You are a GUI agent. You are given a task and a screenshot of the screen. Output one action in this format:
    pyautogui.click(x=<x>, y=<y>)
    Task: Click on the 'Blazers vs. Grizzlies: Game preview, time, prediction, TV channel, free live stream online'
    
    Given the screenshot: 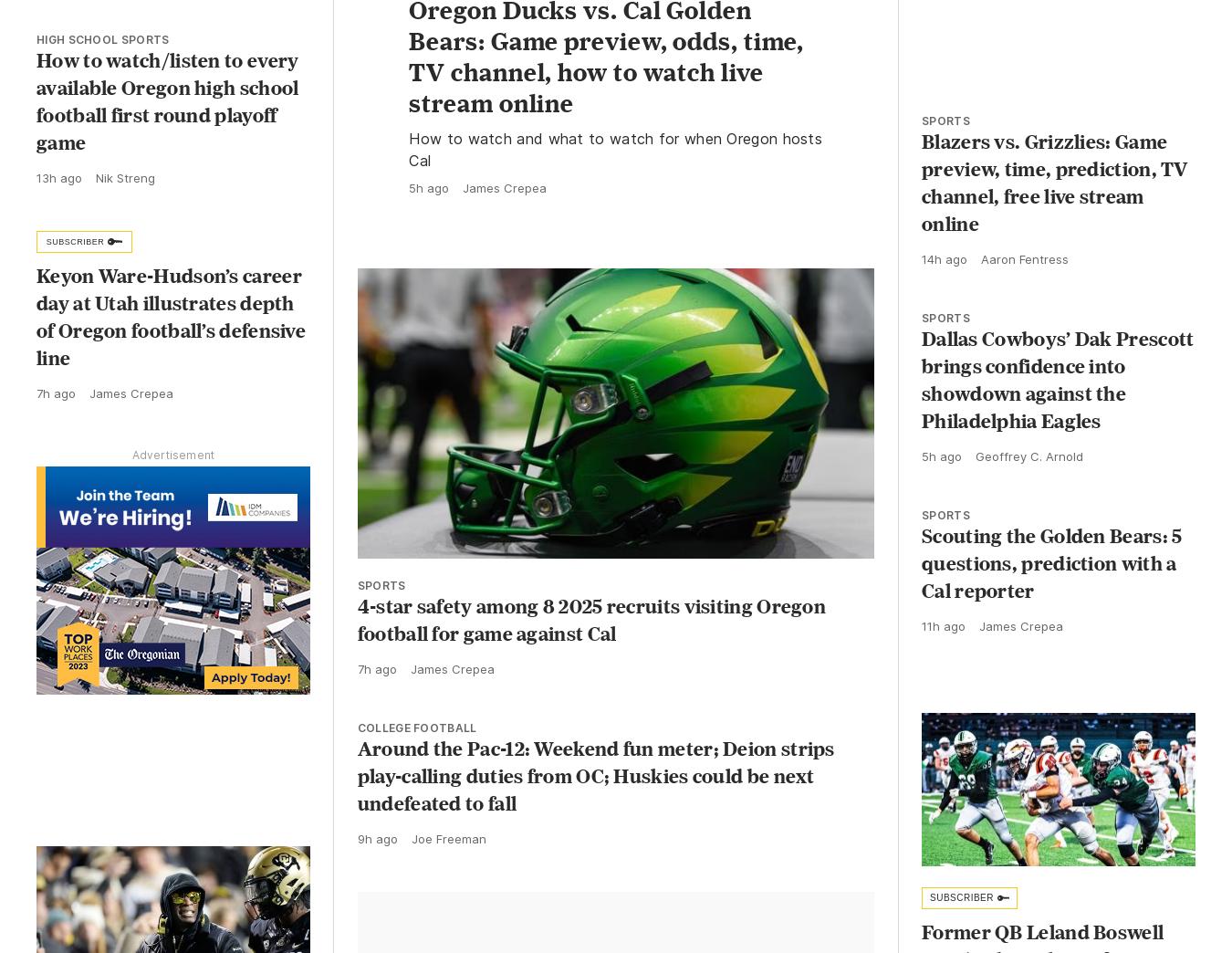 What is the action you would take?
    pyautogui.click(x=920, y=198)
    